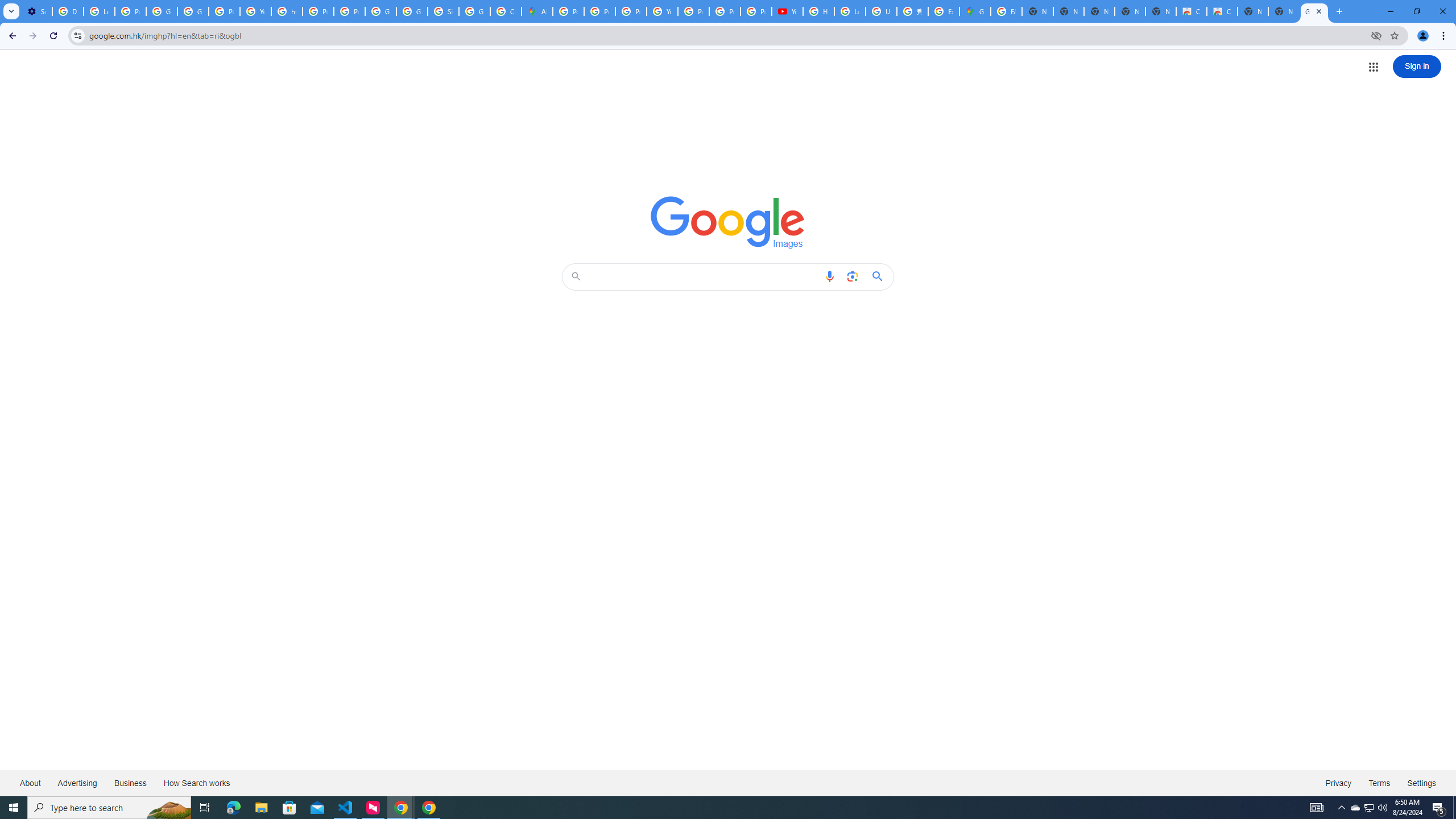 The width and height of the screenshot is (1456, 819). I want to click on 'Sign in - Google Accounts', so click(442, 11).